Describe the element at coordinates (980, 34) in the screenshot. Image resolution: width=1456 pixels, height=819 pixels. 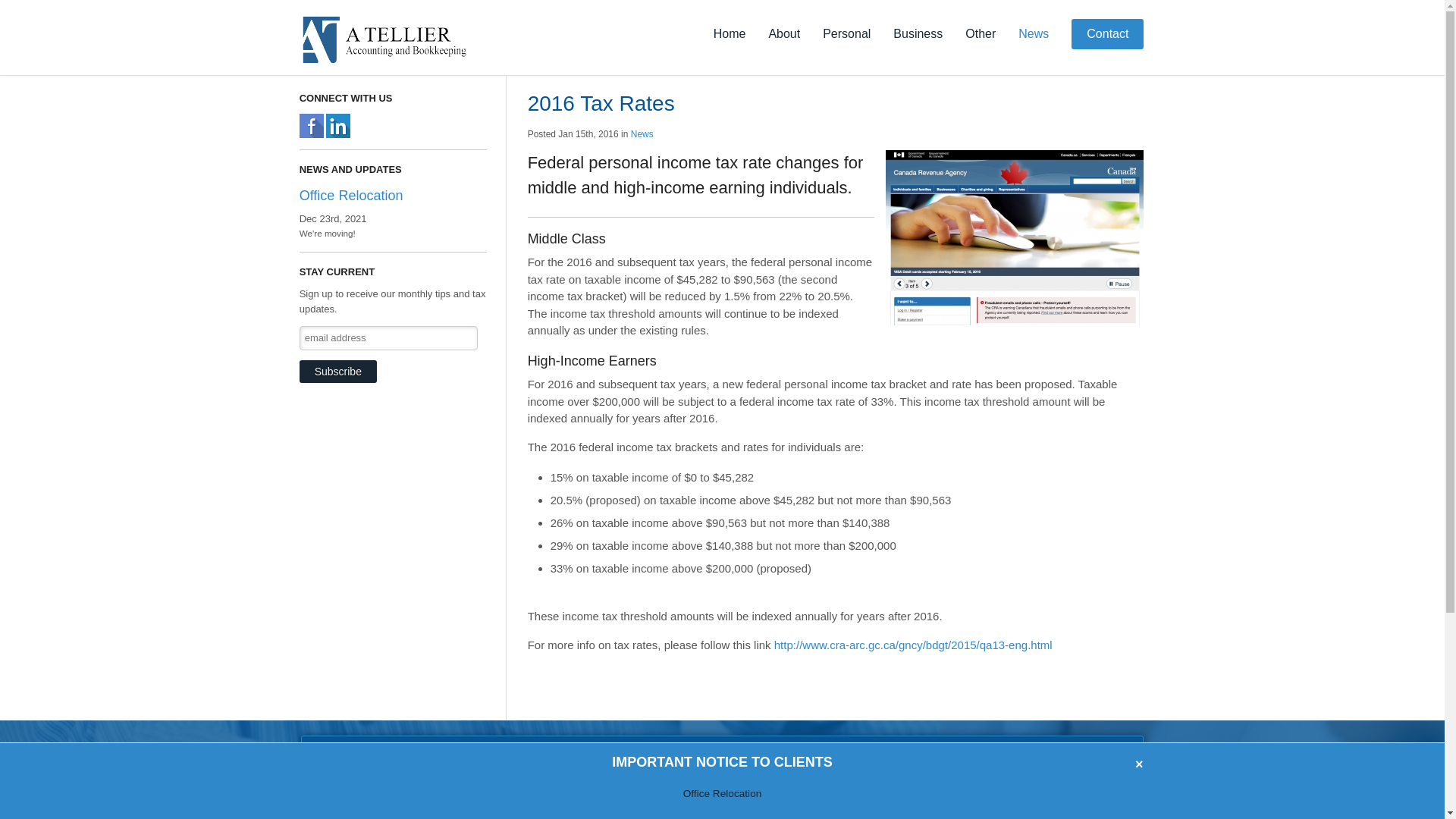
I see `'Other'` at that location.